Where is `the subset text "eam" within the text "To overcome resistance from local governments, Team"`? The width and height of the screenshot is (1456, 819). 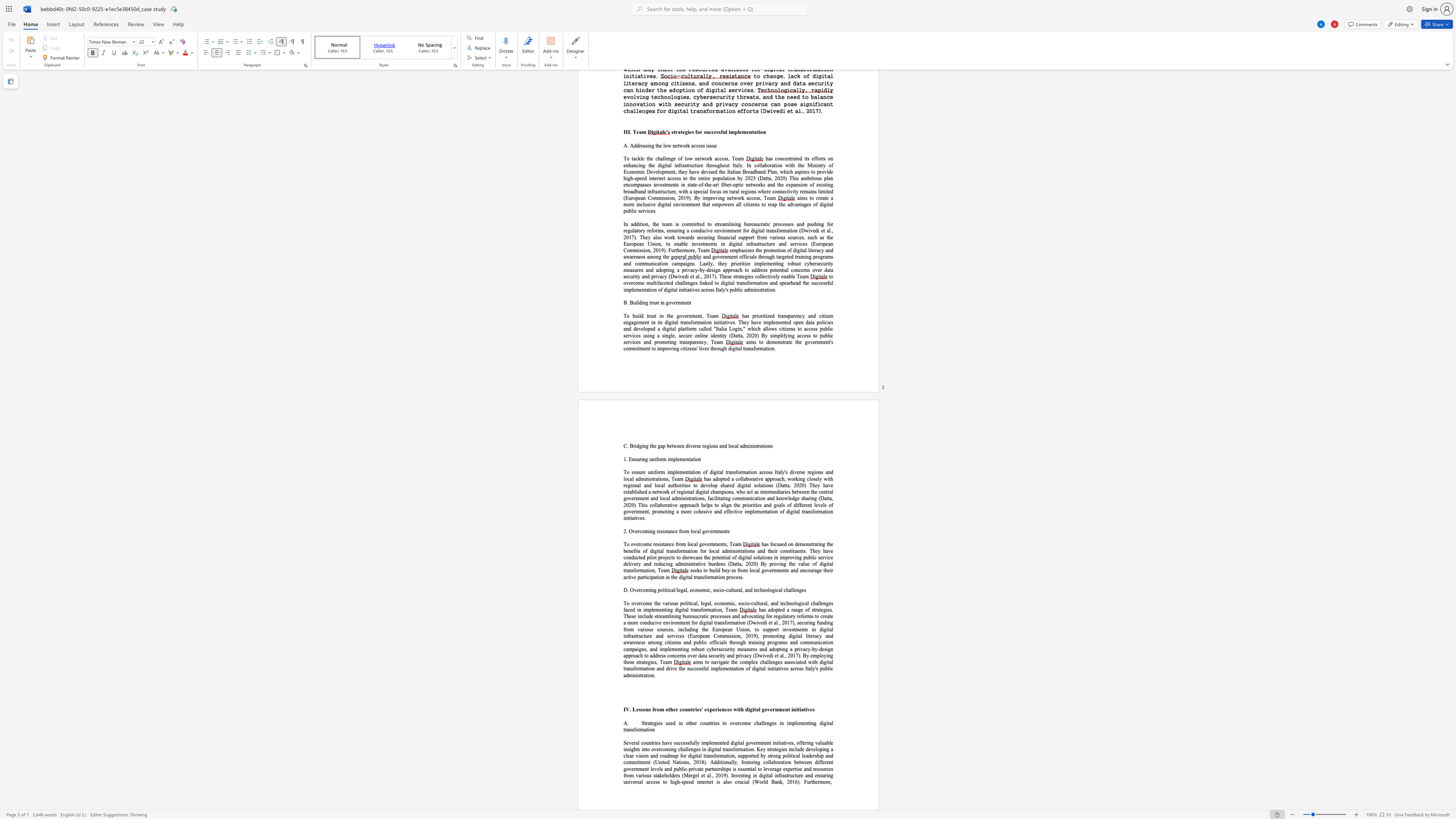
the subset text "eam" within the text "To overcome resistance from local governments, Team" is located at coordinates (733, 543).